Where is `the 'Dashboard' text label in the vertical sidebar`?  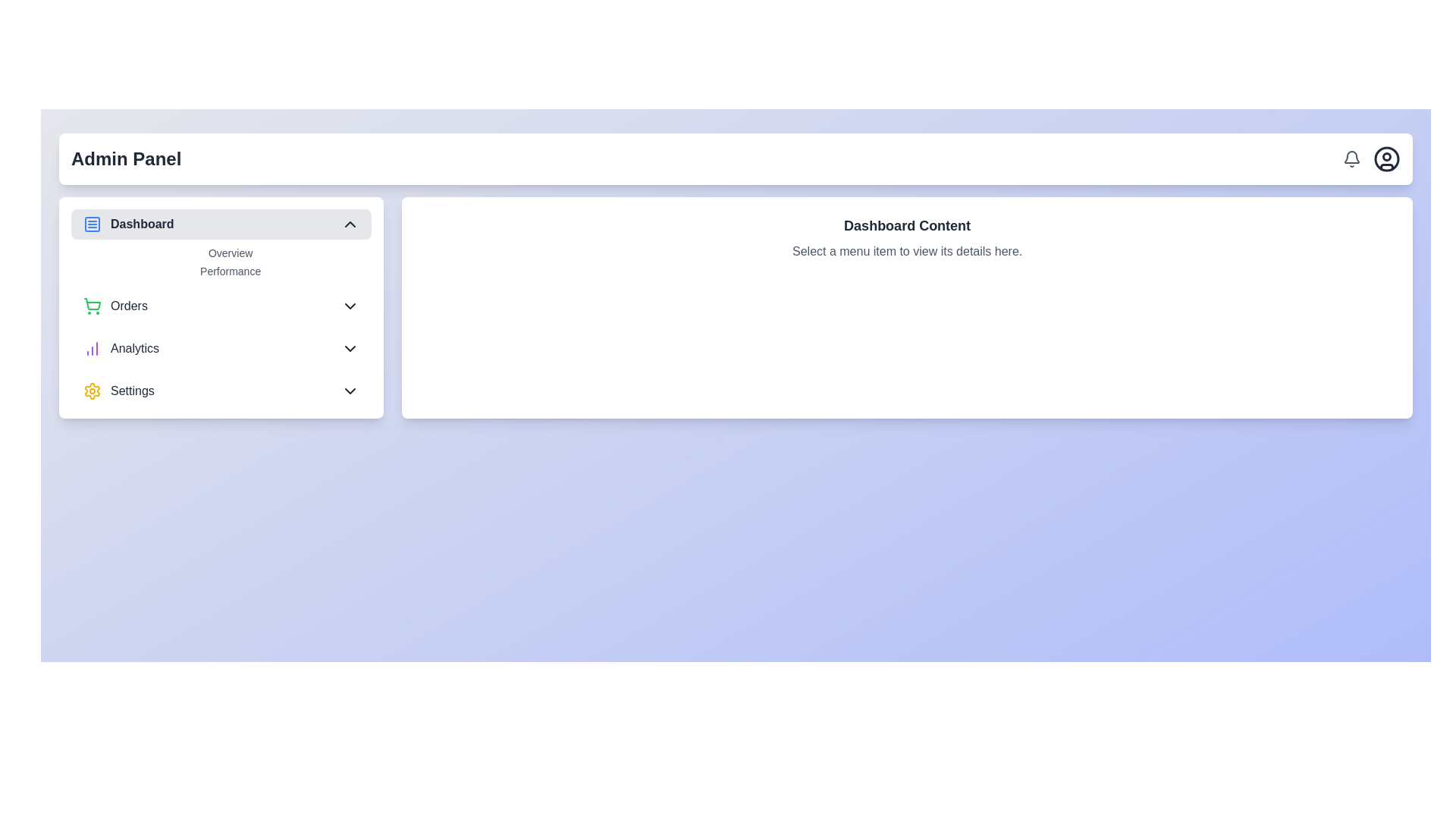 the 'Dashboard' text label in the vertical sidebar is located at coordinates (142, 224).